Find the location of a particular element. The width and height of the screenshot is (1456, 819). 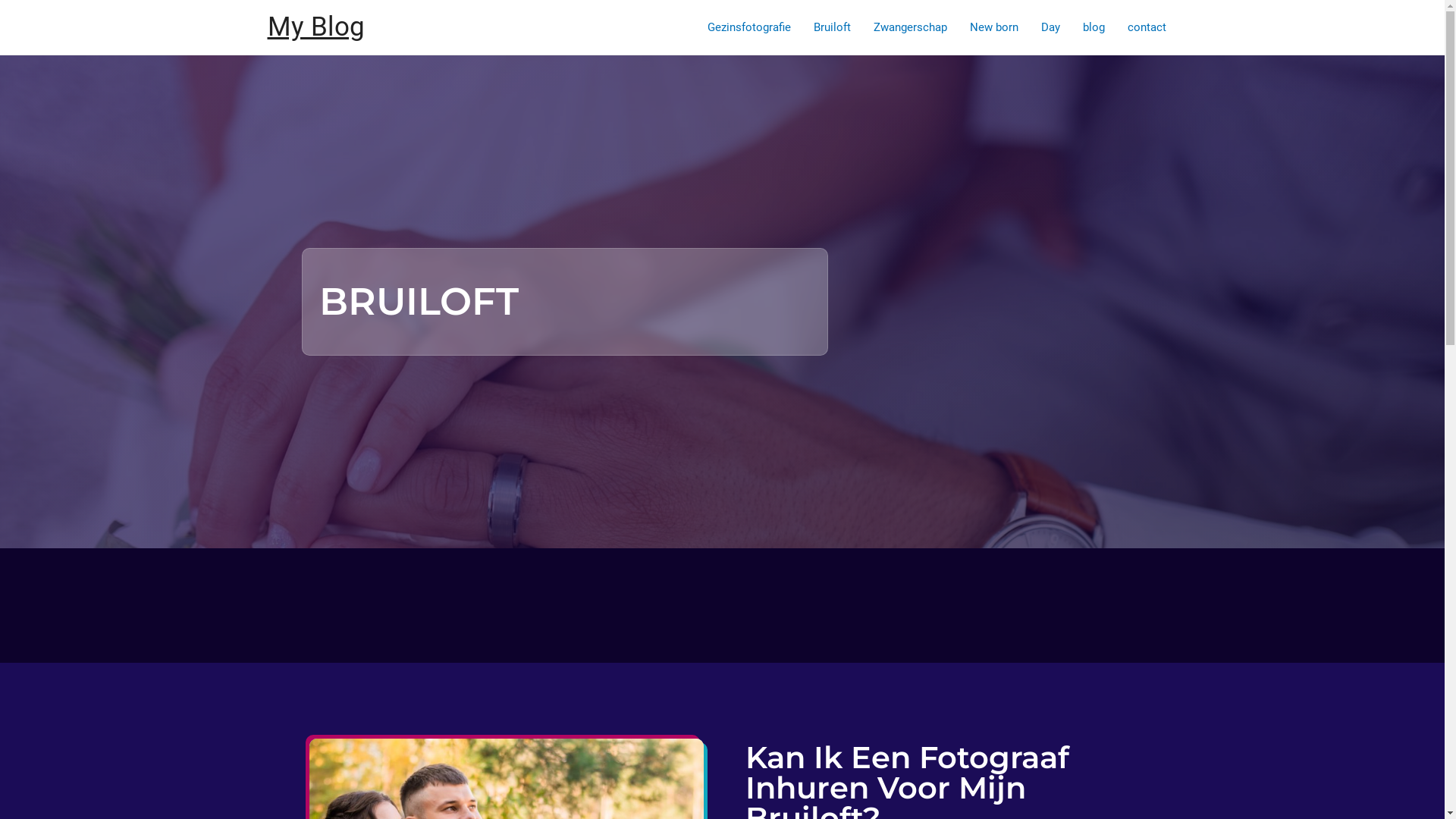

'New born' is located at coordinates (993, 27).